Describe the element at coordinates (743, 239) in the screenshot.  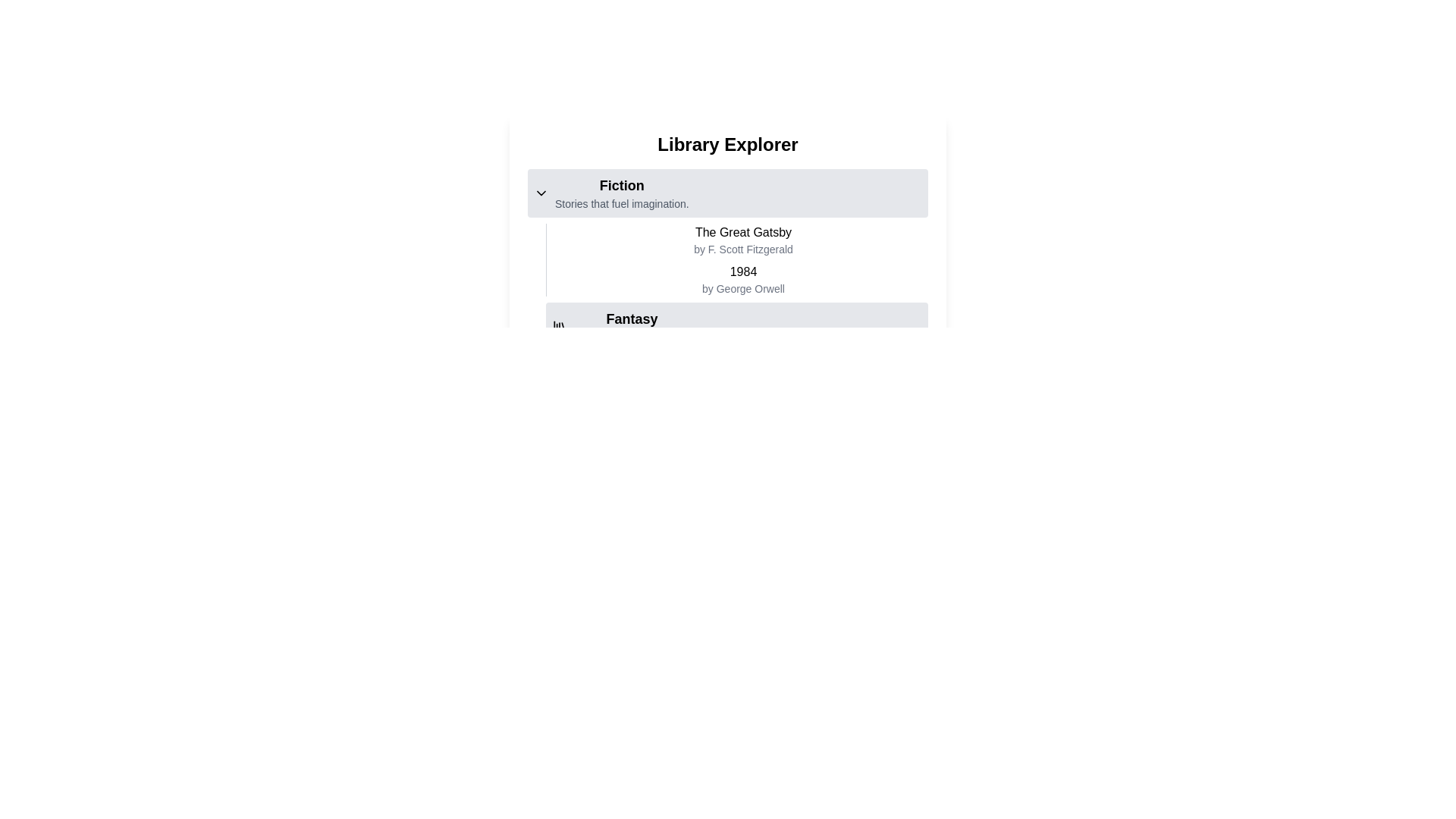
I see `the text display component titled 'The Great Gatsby' which is the first book entry in the Fiction category` at that location.